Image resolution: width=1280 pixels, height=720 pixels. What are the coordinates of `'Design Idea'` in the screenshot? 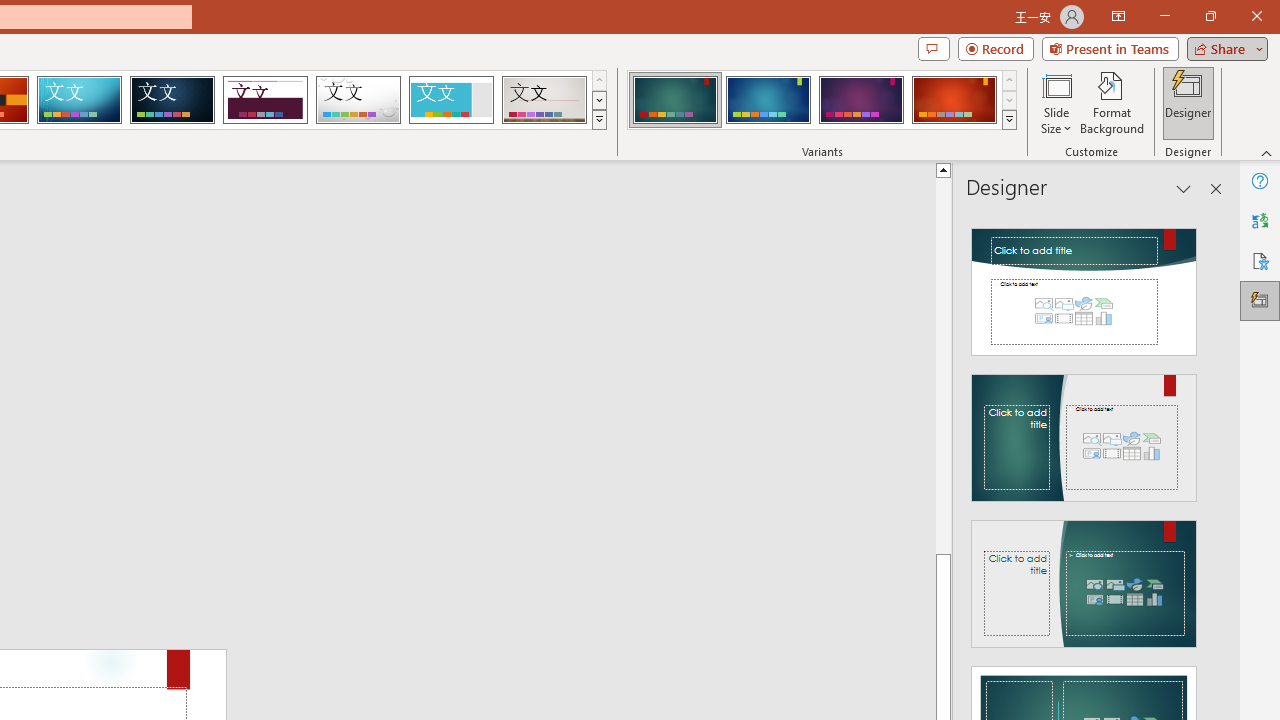 It's located at (1083, 577).